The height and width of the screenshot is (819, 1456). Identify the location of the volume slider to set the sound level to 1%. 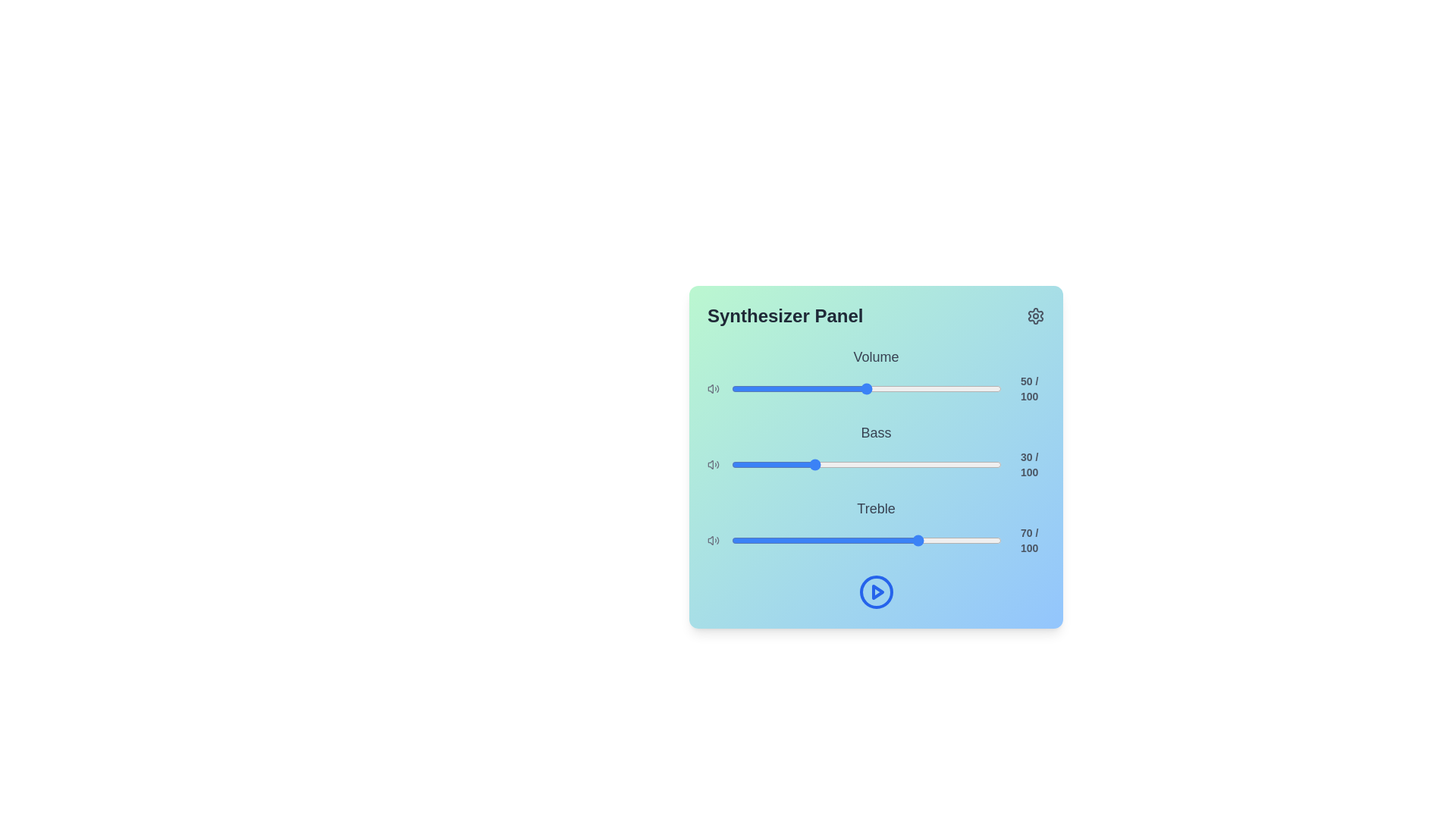
(734, 388).